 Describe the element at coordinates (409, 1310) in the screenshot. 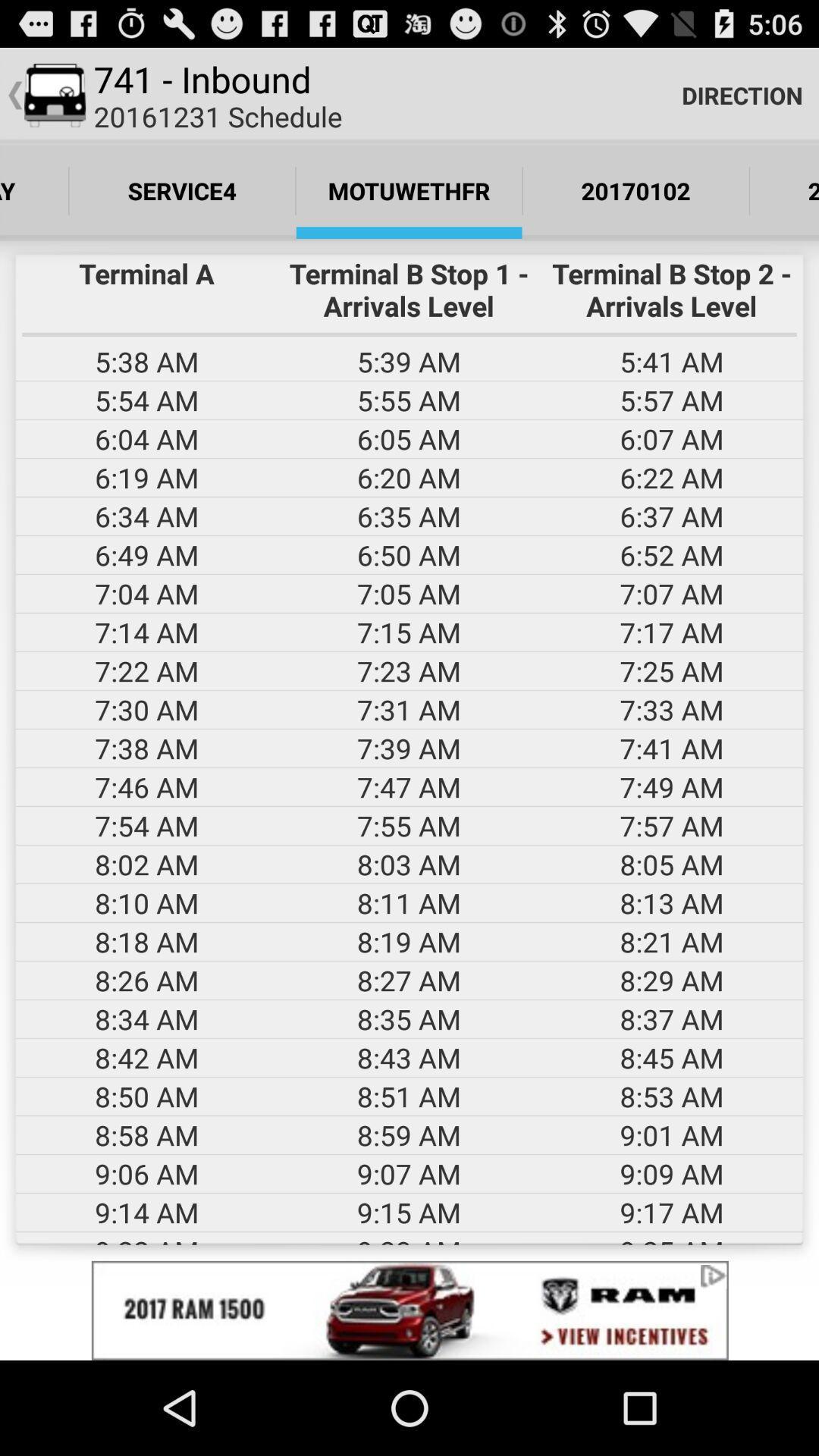

I see `advertisement` at that location.